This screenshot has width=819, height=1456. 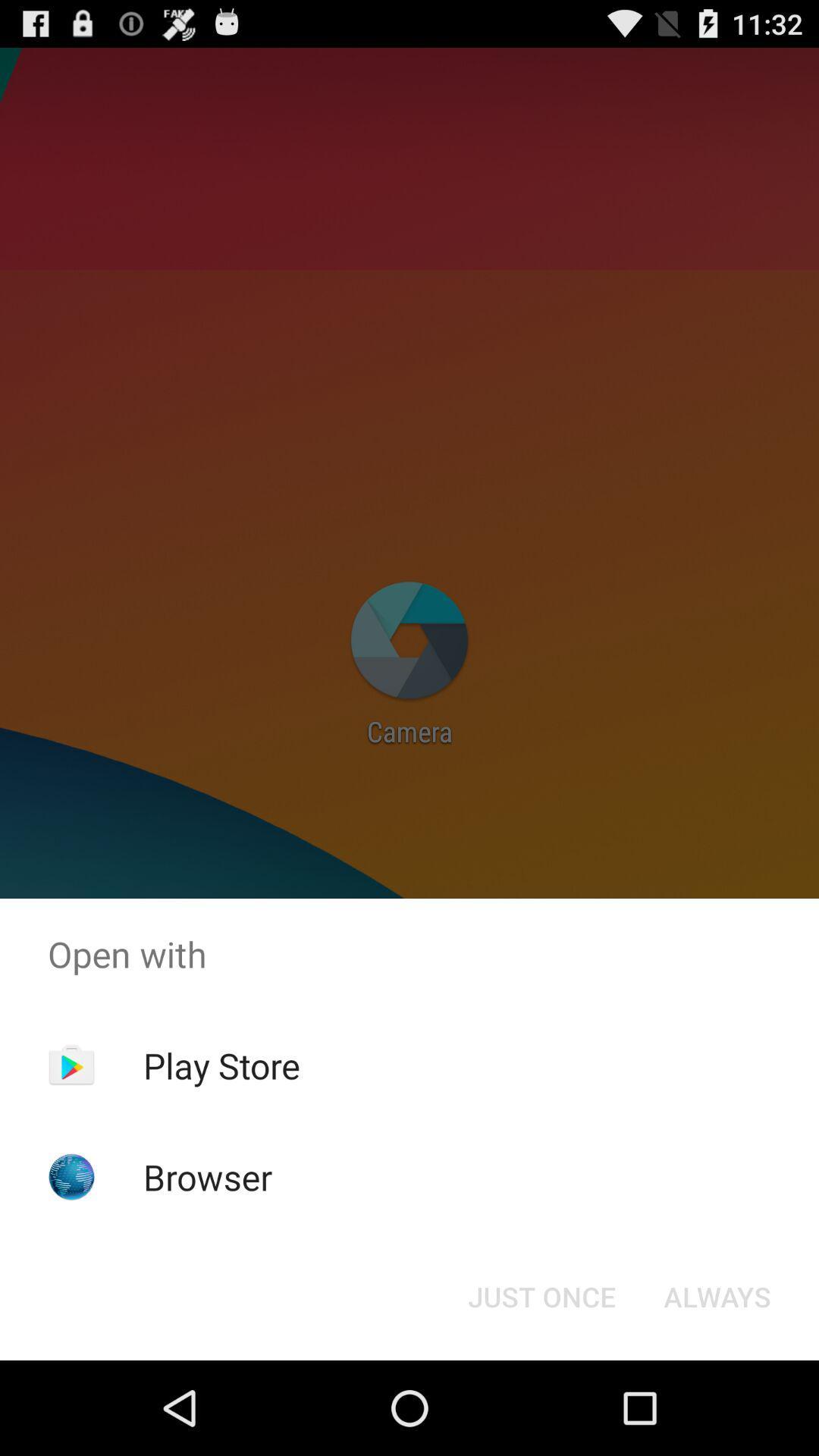 What do you see at coordinates (208, 1176) in the screenshot?
I see `app below the play store` at bounding box center [208, 1176].